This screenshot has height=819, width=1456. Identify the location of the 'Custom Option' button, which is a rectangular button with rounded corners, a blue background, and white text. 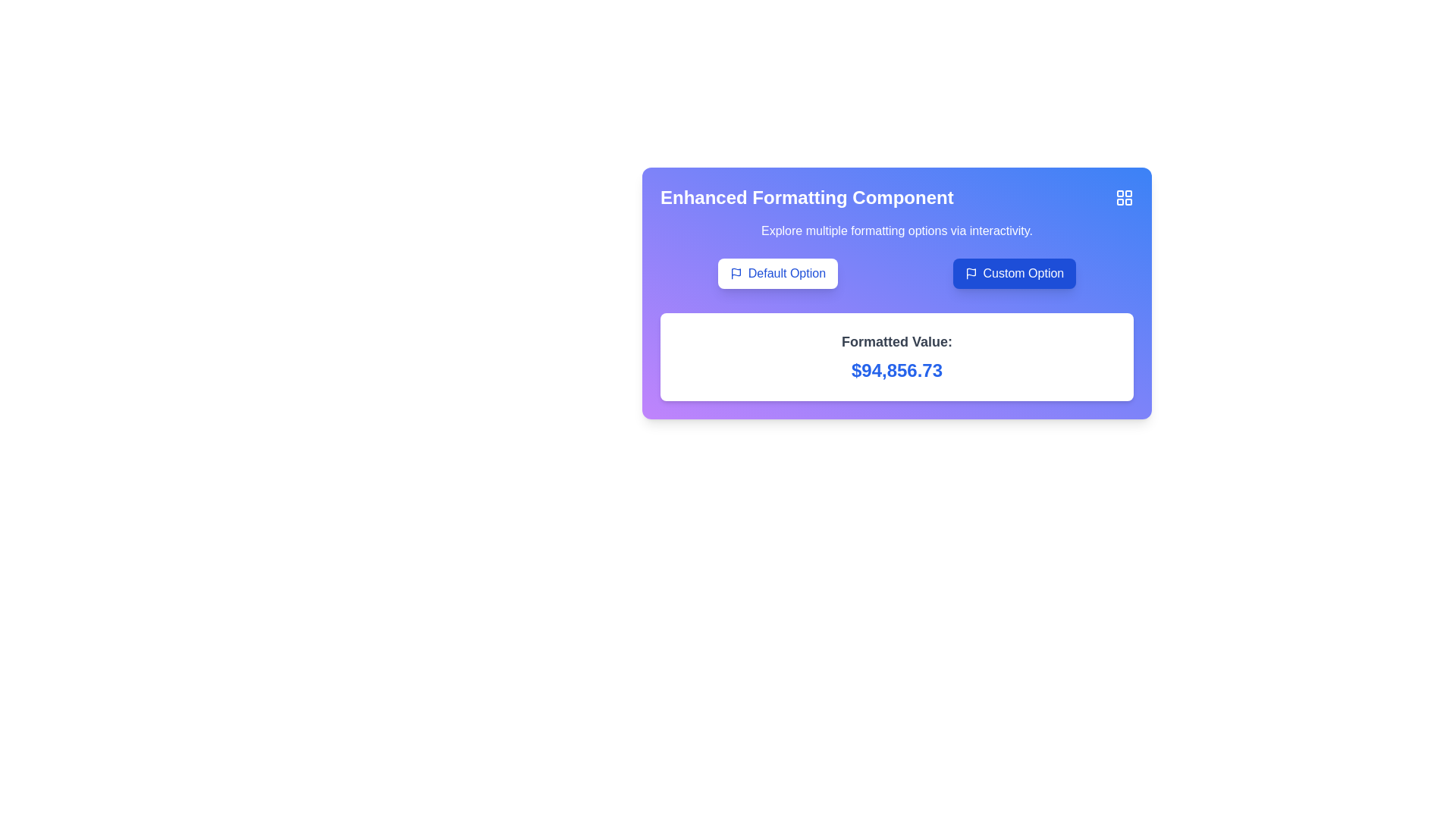
(1014, 274).